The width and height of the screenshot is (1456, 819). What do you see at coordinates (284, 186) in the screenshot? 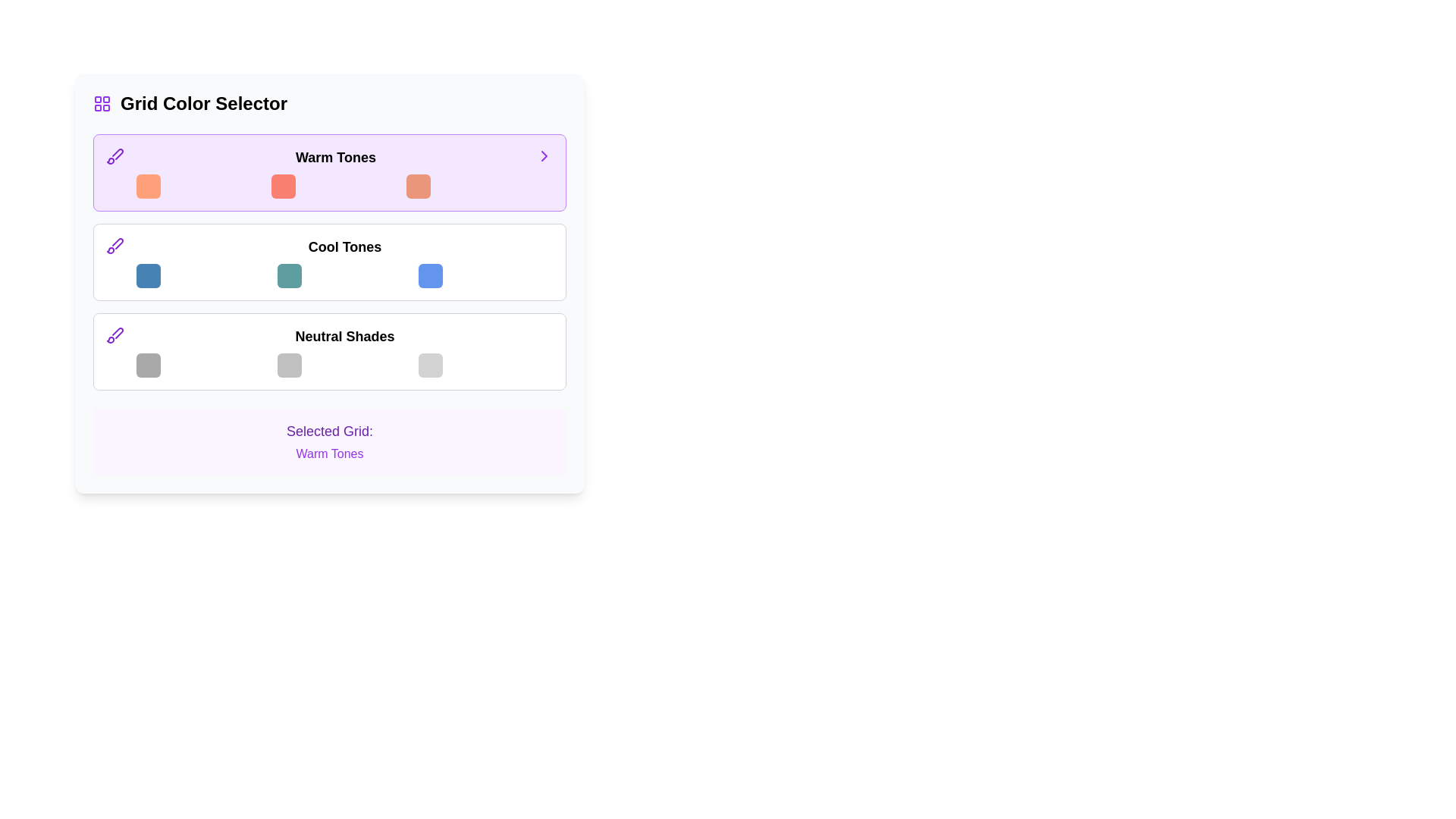
I see `the vibrant salmon color box in the 'Warm Tones' section of the 'Grid Color Selector'` at bounding box center [284, 186].